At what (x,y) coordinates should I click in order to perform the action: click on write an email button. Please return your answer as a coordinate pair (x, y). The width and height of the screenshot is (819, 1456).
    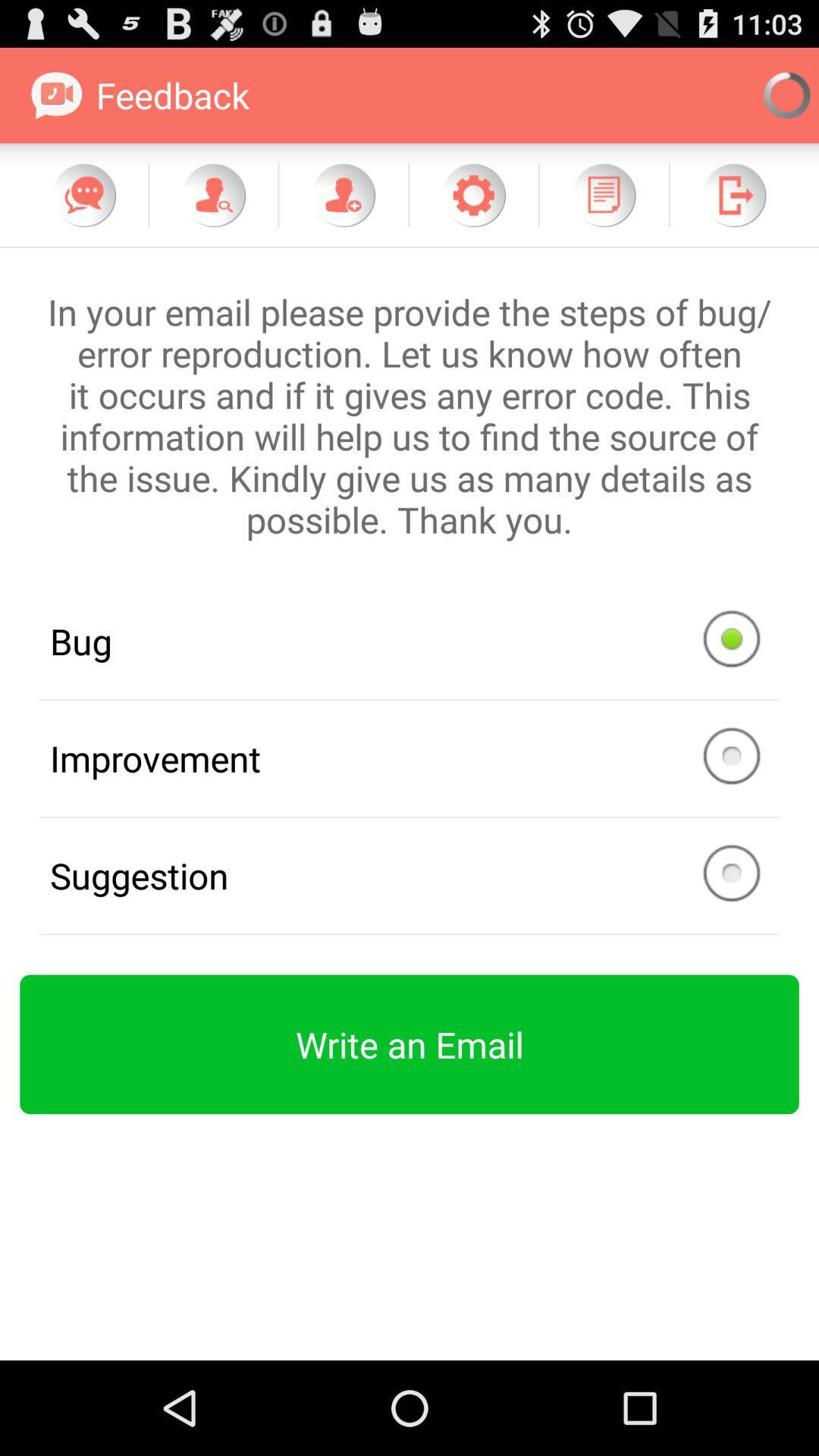
    Looking at the image, I should click on (409, 1043).